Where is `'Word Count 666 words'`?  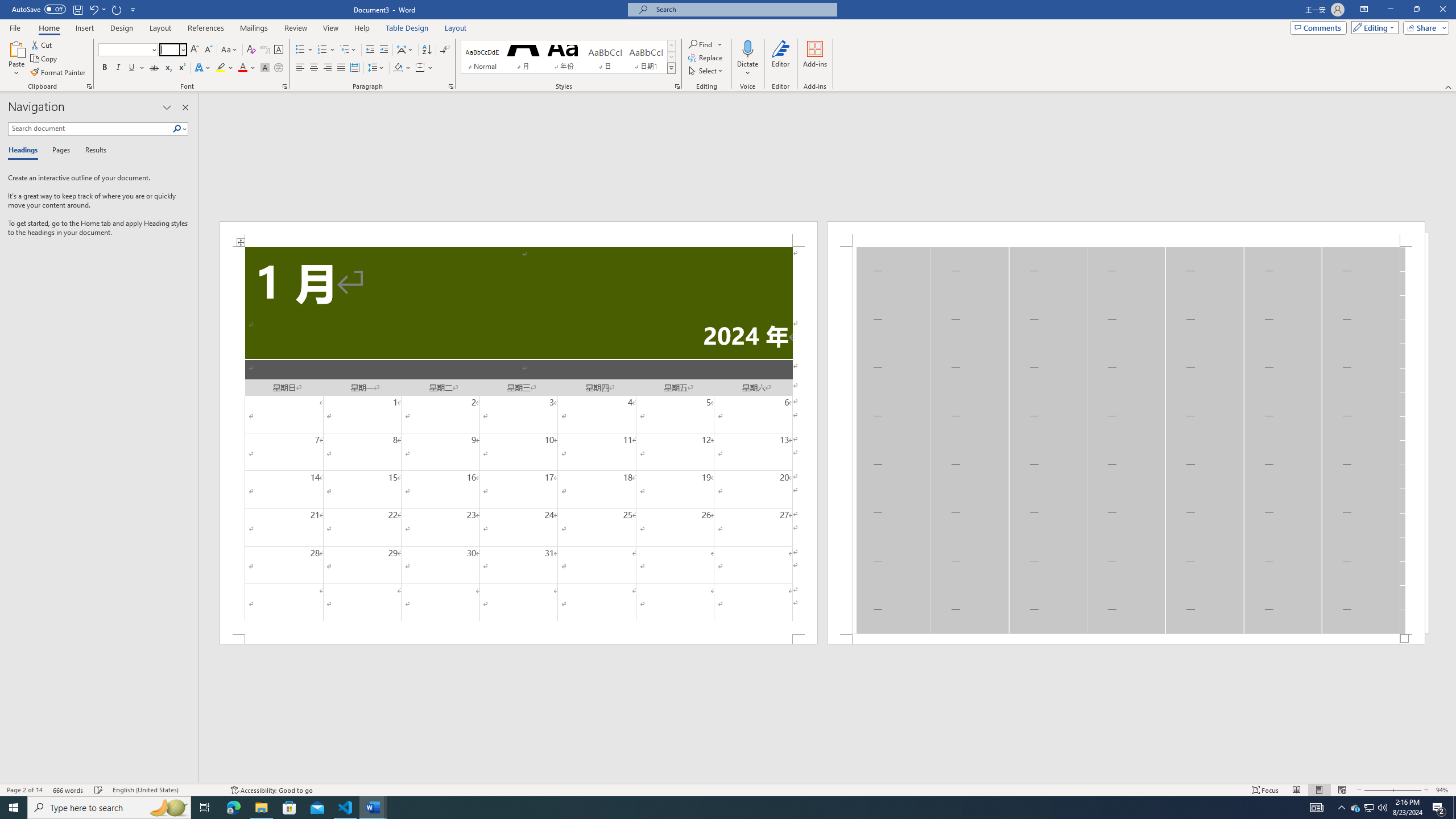
'Word Count 666 words' is located at coordinates (69, 790).